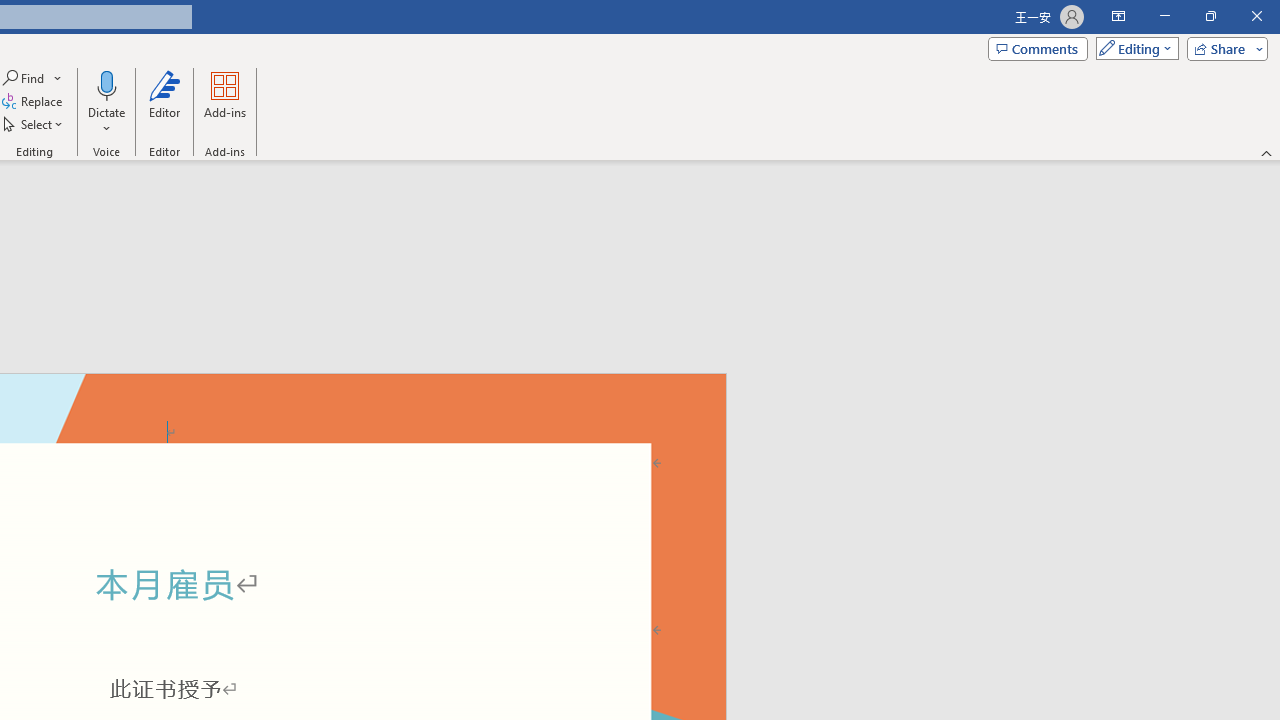  What do you see at coordinates (1209, 16) in the screenshot?
I see `'Restore Down'` at bounding box center [1209, 16].